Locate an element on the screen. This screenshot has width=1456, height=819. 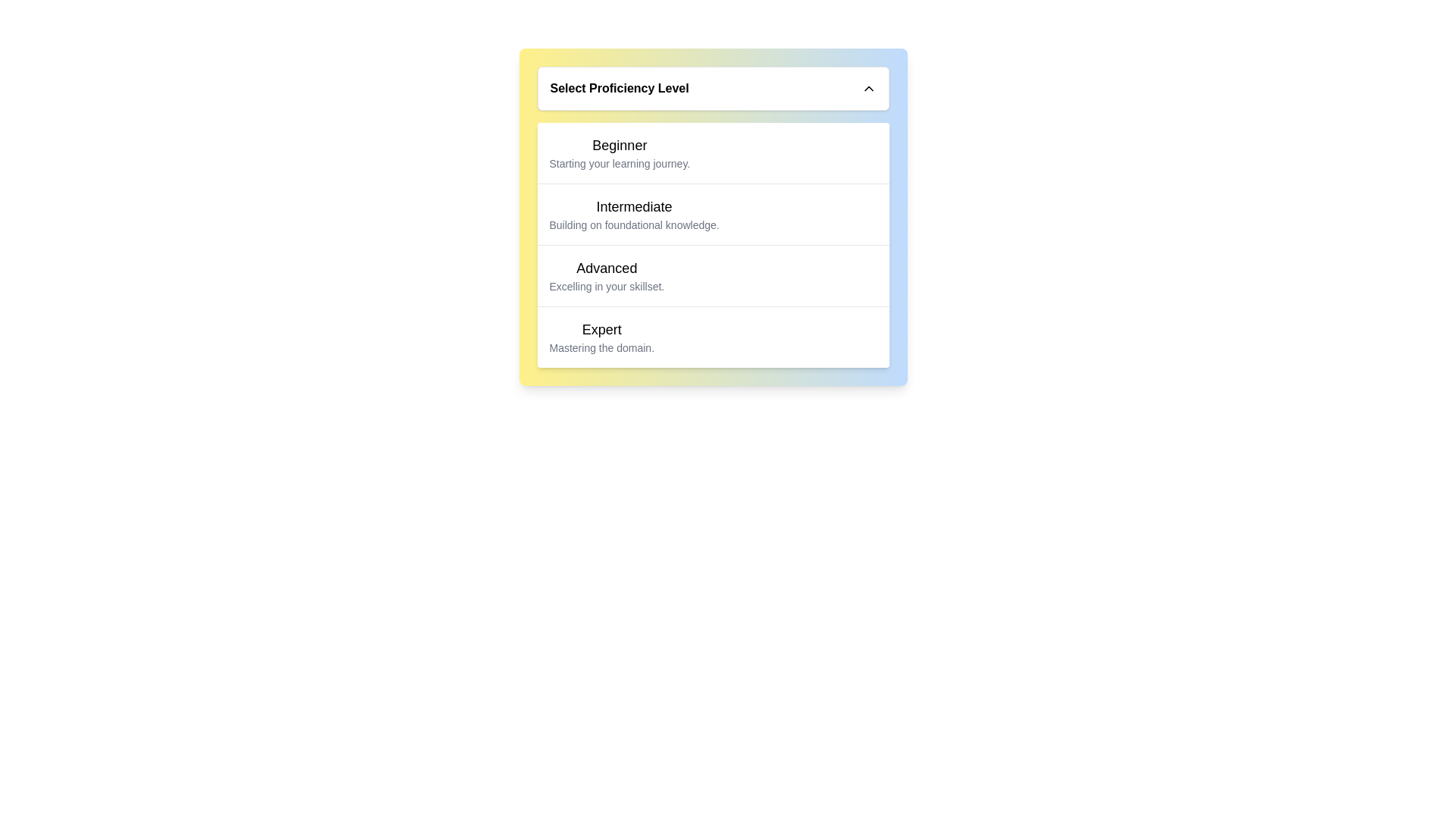
the static text label that reads 'Building on foundational knowledge.' located beneath the 'Intermediate' heading in the 'Select Proficiency Level' section is located at coordinates (634, 225).